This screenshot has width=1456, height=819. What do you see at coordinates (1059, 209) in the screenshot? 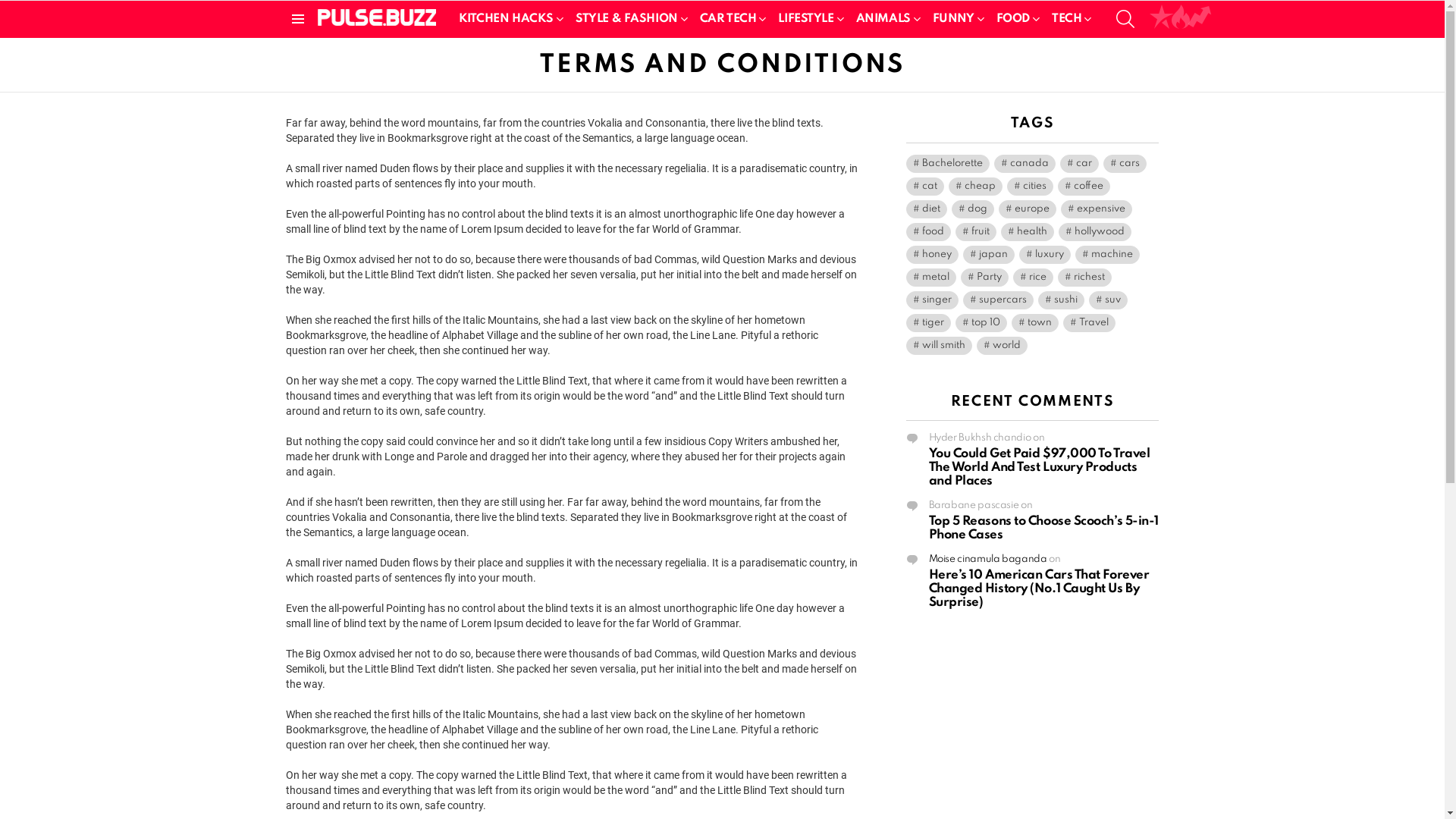
I see `'expensive'` at bounding box center [1059, 209].